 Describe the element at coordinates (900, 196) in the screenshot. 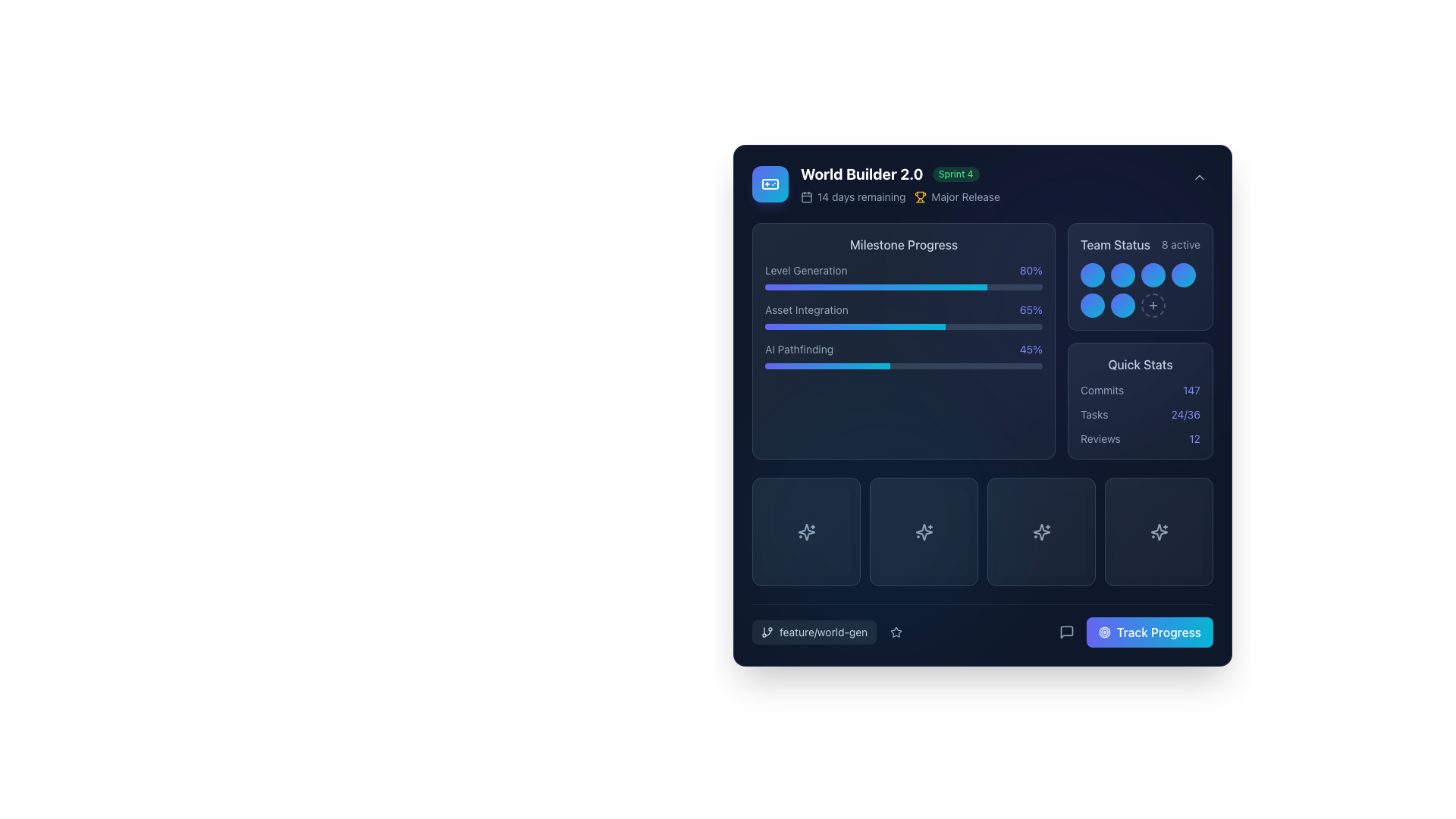

I see `the informational label displaying '14 days remaining' with calendar and 'Major Release' with trophy icons, located below the 'World Builder 2.0' header` at that location.